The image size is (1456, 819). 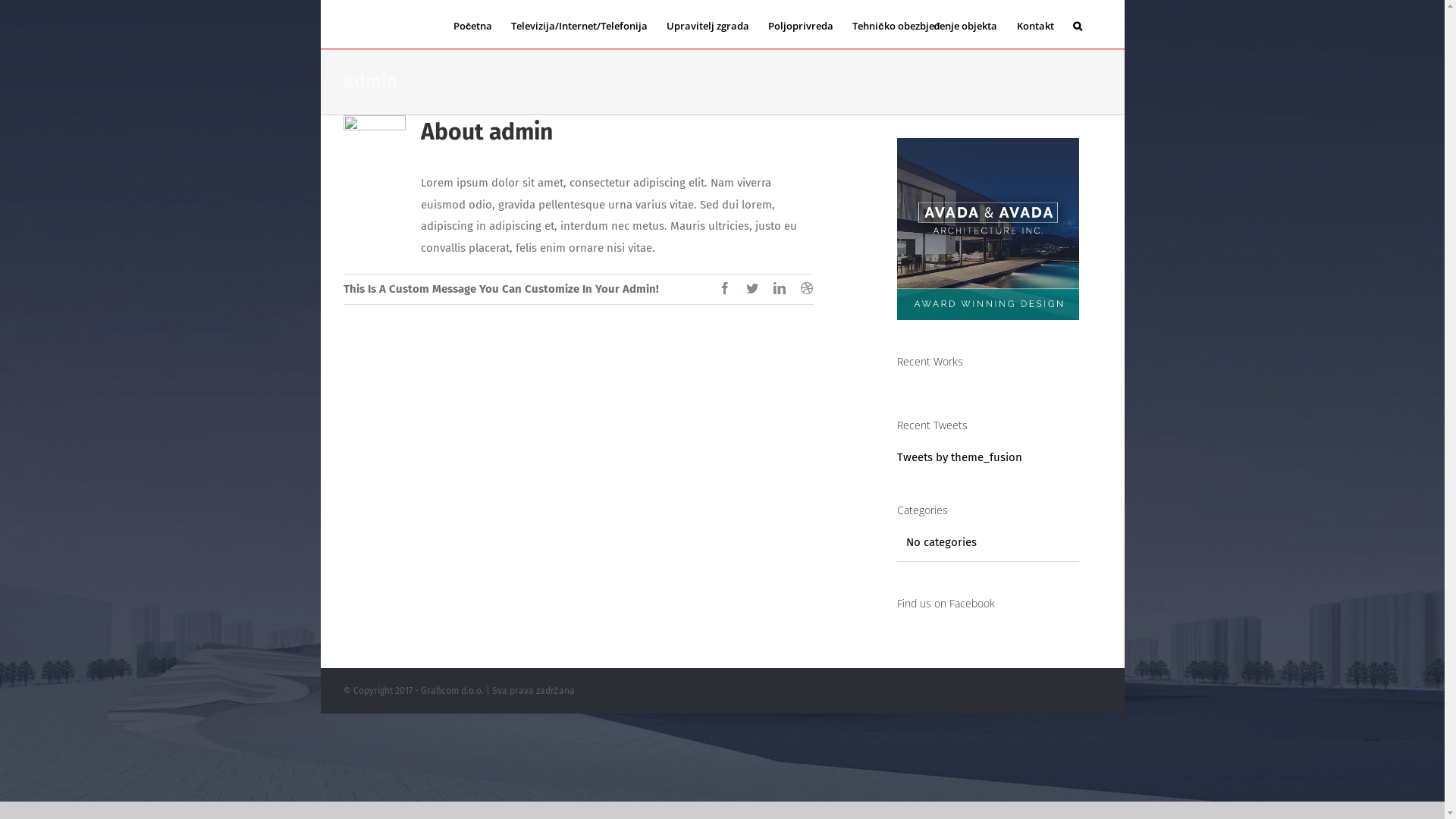 I want to click on 'Upravitelj zgrada', so click(x=707, y=24).